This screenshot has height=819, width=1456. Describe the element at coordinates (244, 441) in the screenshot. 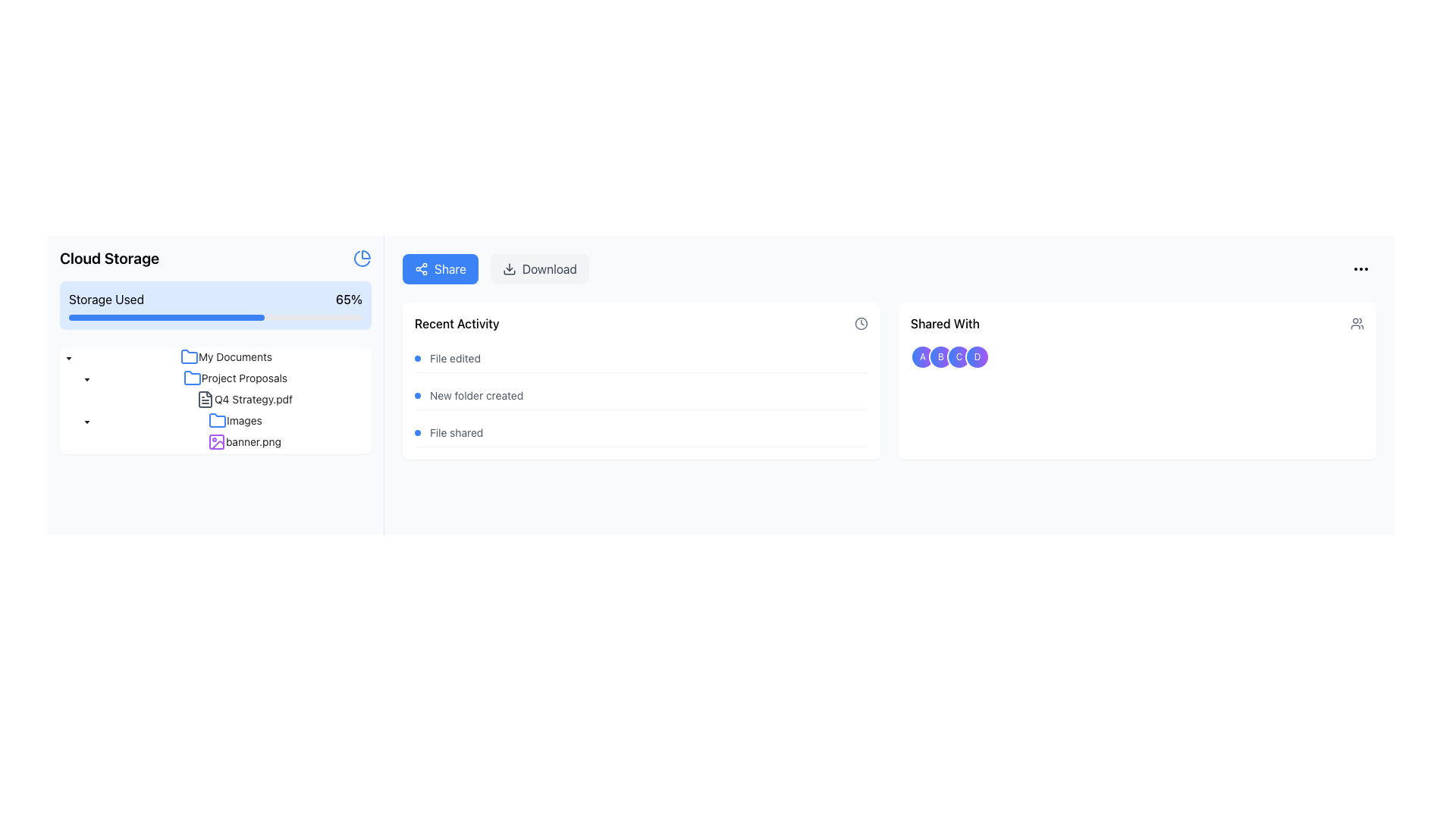

I see `the file node labeled 'banner.png' from the Images folder` at that location.